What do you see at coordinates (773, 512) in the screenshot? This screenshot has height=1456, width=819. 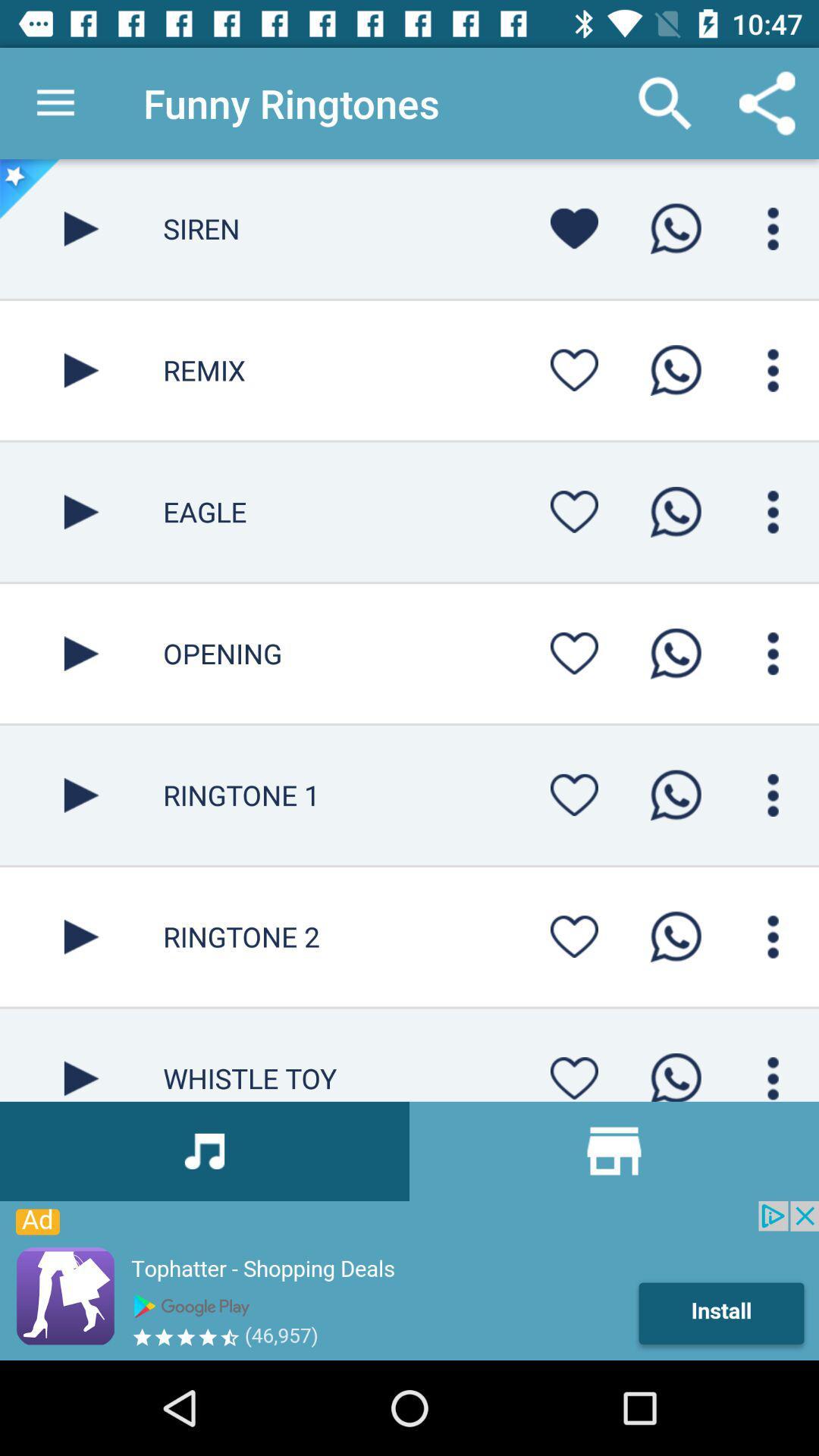 I see `menu` at bounding box center [773, 512].